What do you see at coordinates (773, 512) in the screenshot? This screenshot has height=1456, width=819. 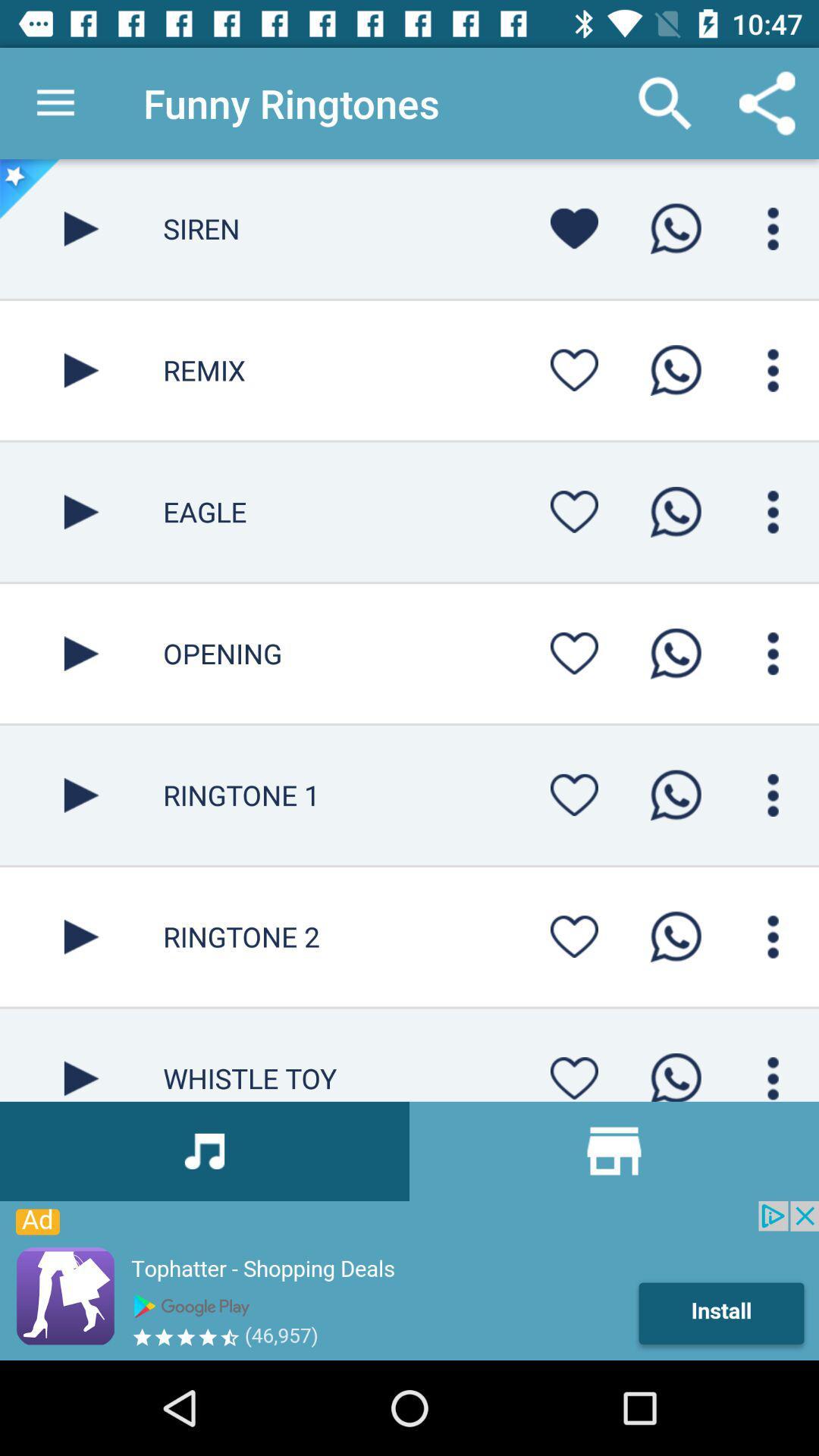 I see `menu` at bounding box center [773, 512].